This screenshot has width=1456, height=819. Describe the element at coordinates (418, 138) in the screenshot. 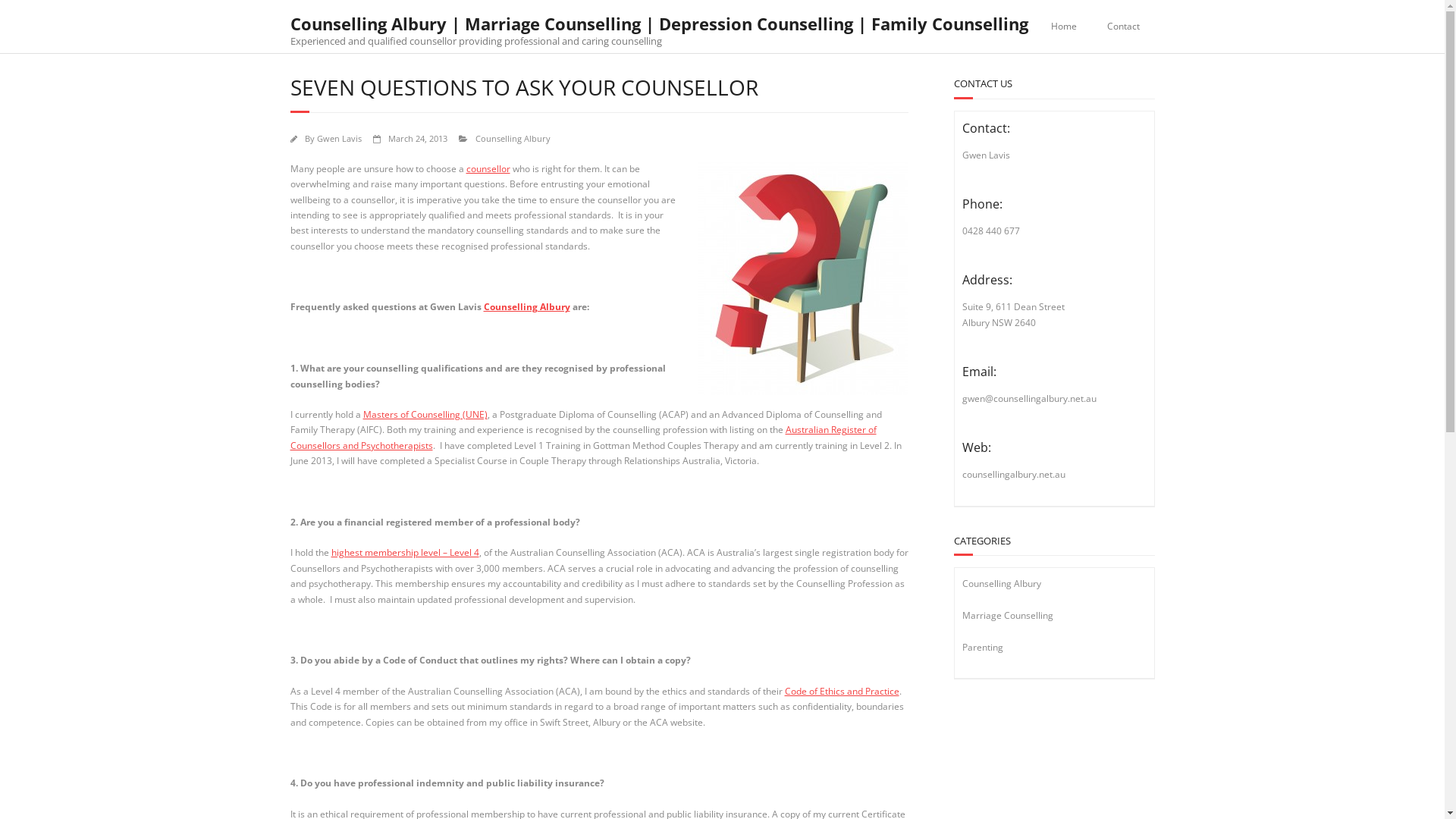

I see `'March 24, 2013'` at that location.